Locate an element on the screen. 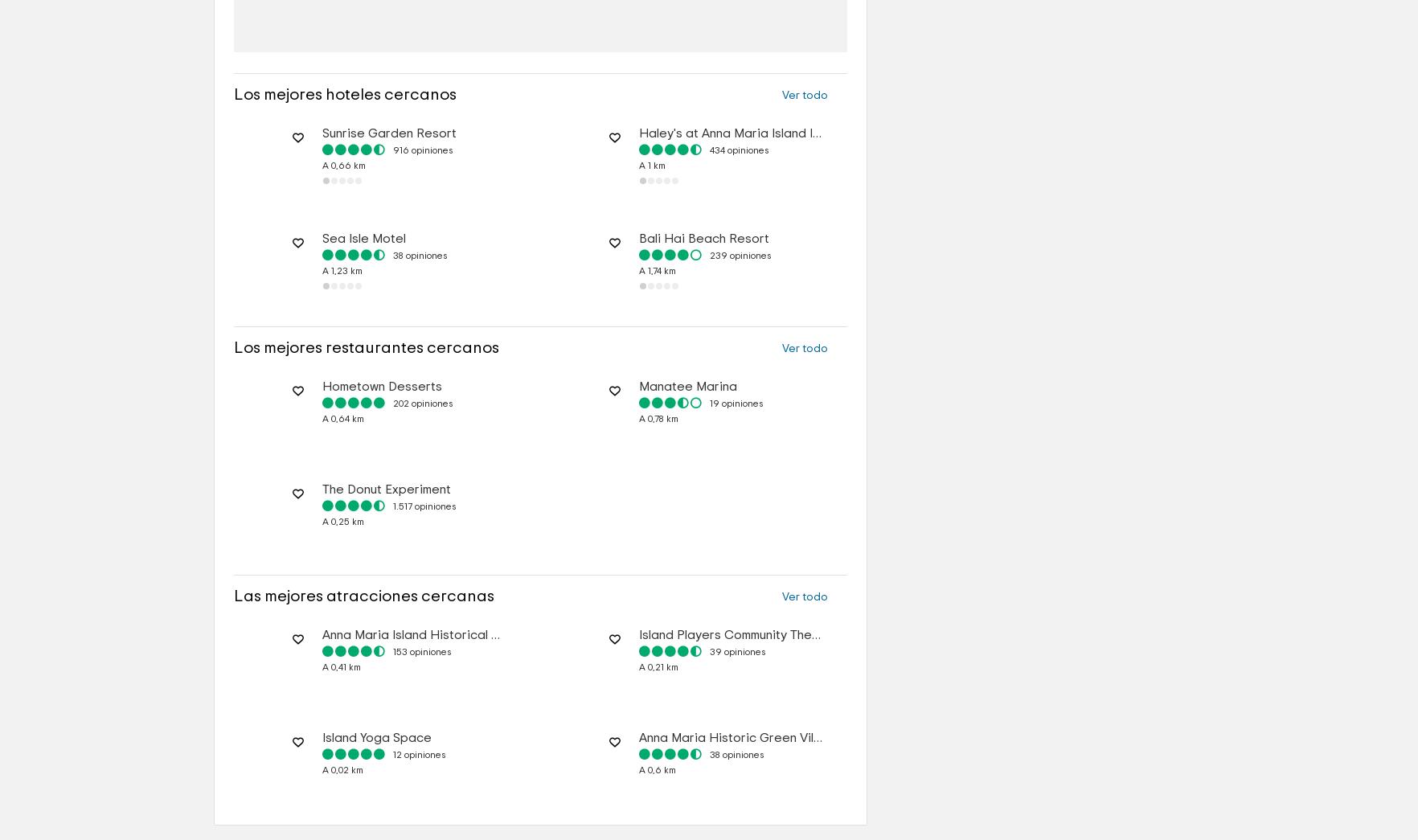 The height and width of the screenshot is (840, 1418). 'A 0,21 km' is located at coordinates (658, 715).